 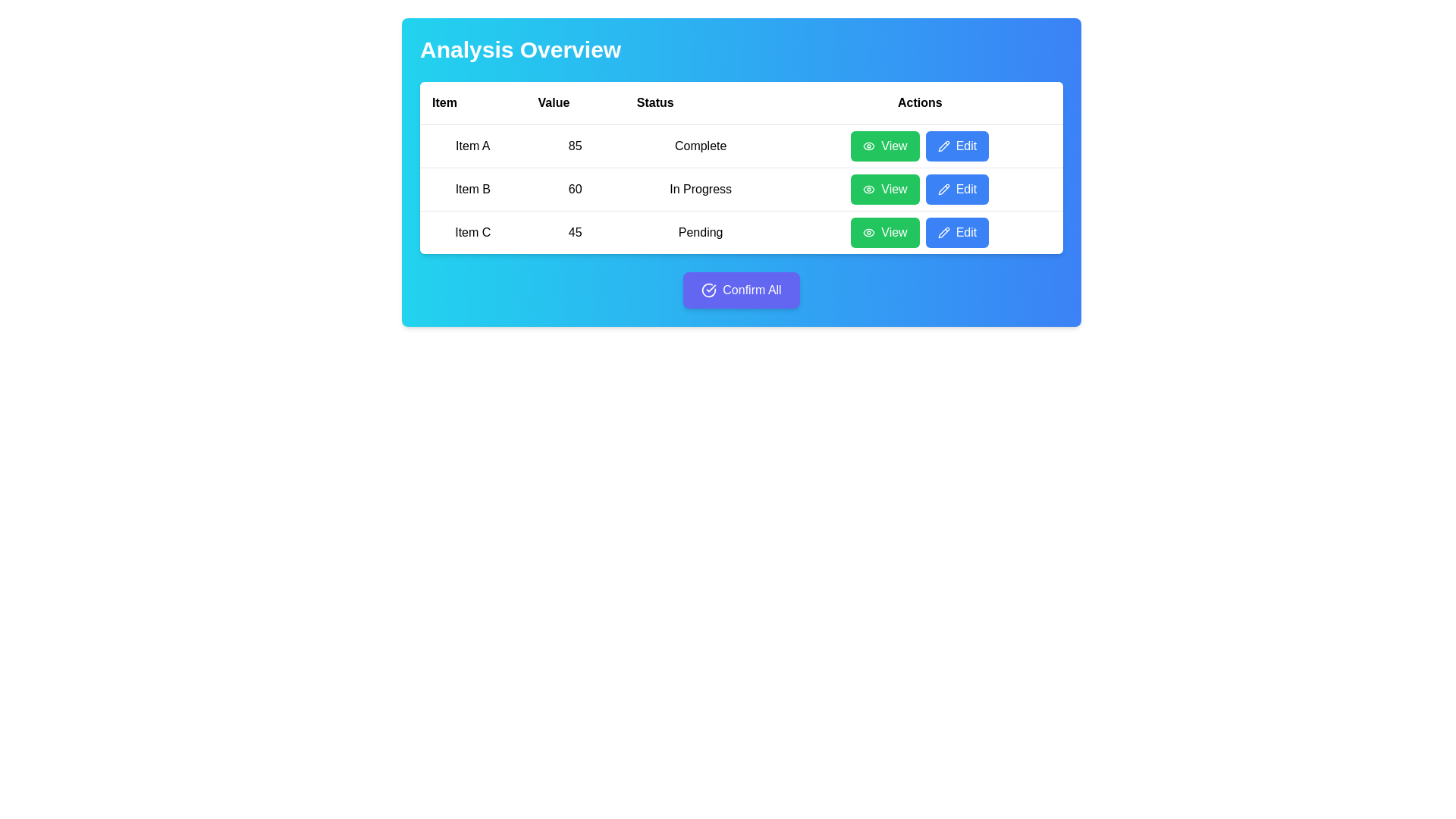 I want to click on the 'View' or 'Edit' button in the Actions column of the table, located at the bottom row adjacent to the 'Pending' status of 'Item C', so click(x=919, y=233).